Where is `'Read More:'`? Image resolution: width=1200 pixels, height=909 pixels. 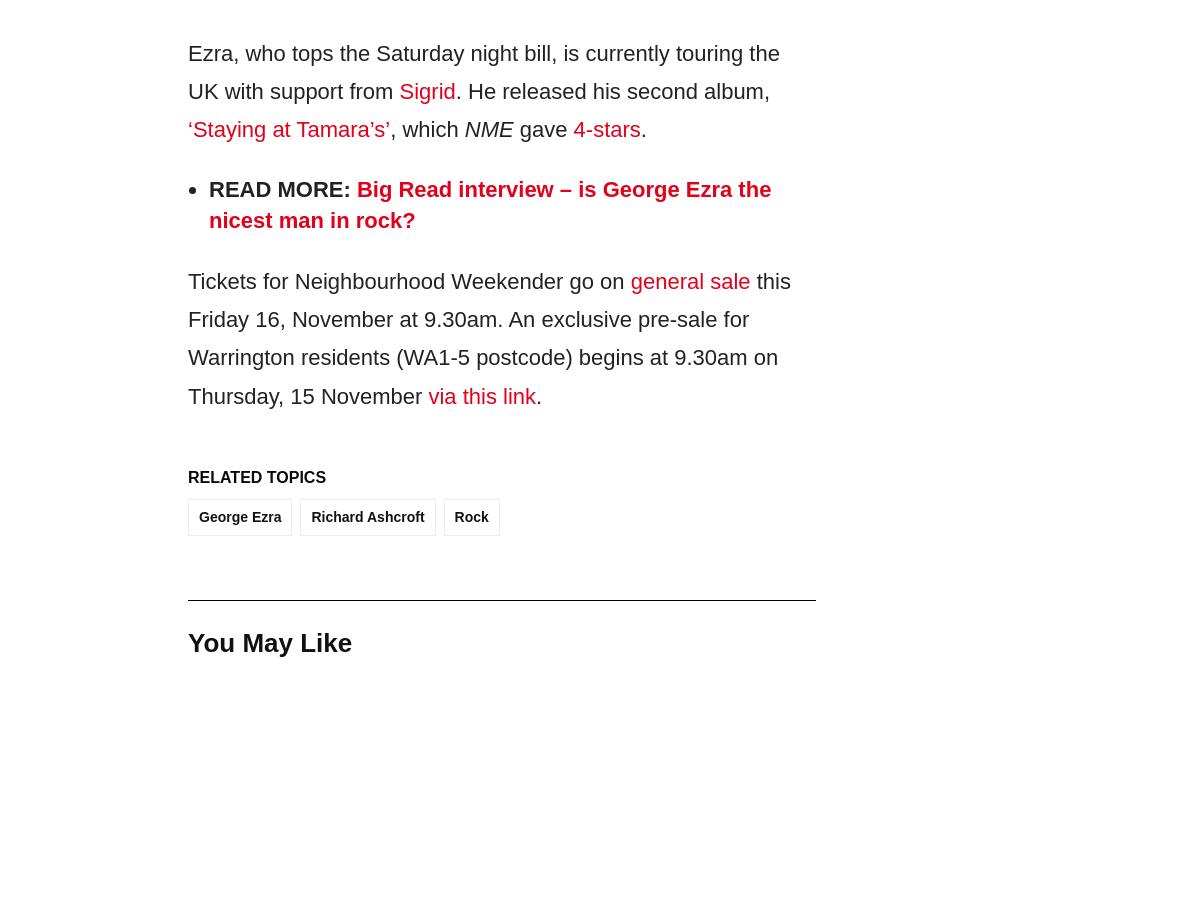 'Read More:' is located at coordinates (278, 189).